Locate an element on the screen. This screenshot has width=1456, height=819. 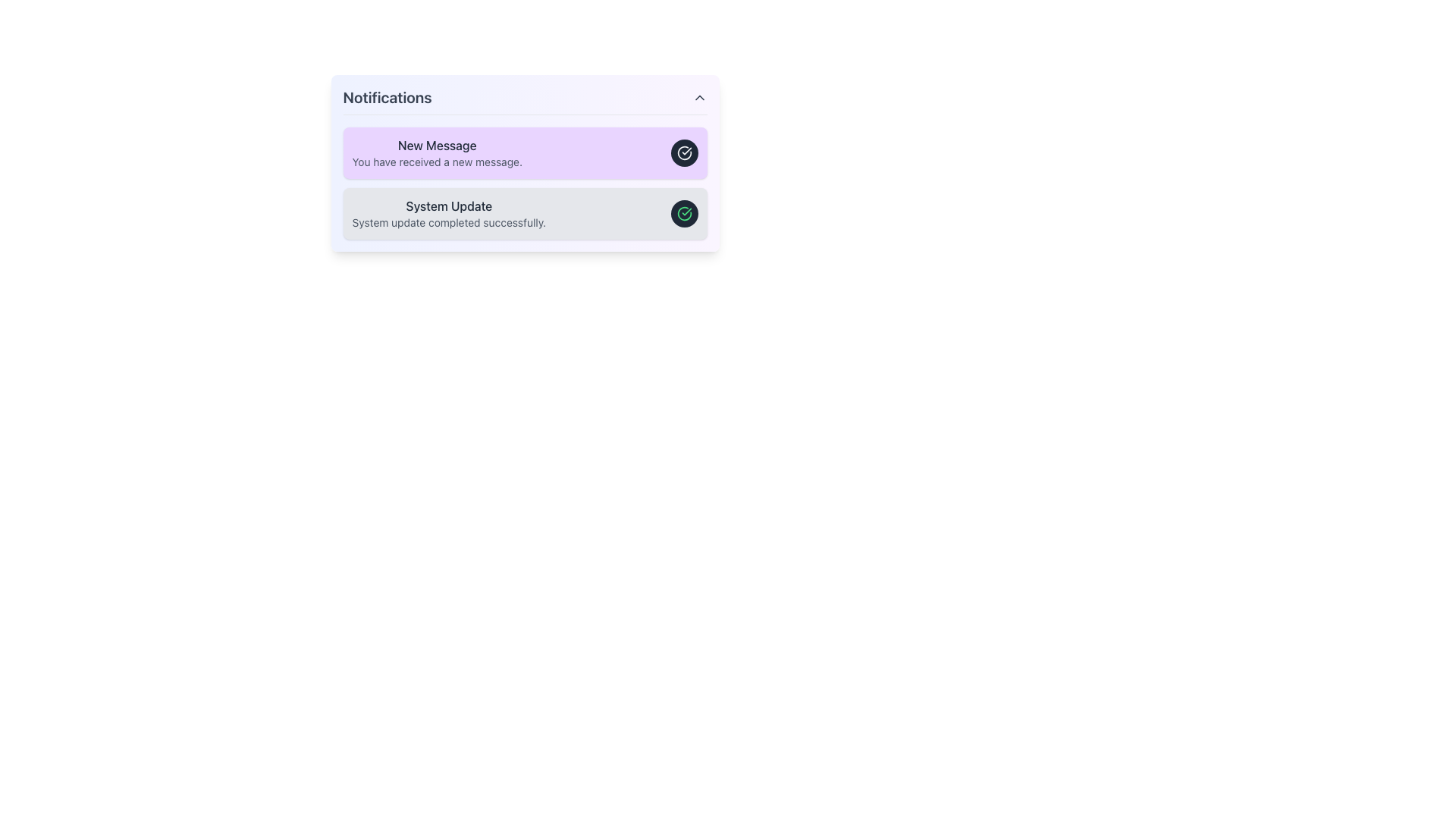
the state of the circular icon featuring a checkmark design, located in the bottom icon of the notification panel within a green circle, associated with the 'System Update' notification is located at coordinates (683, 152).